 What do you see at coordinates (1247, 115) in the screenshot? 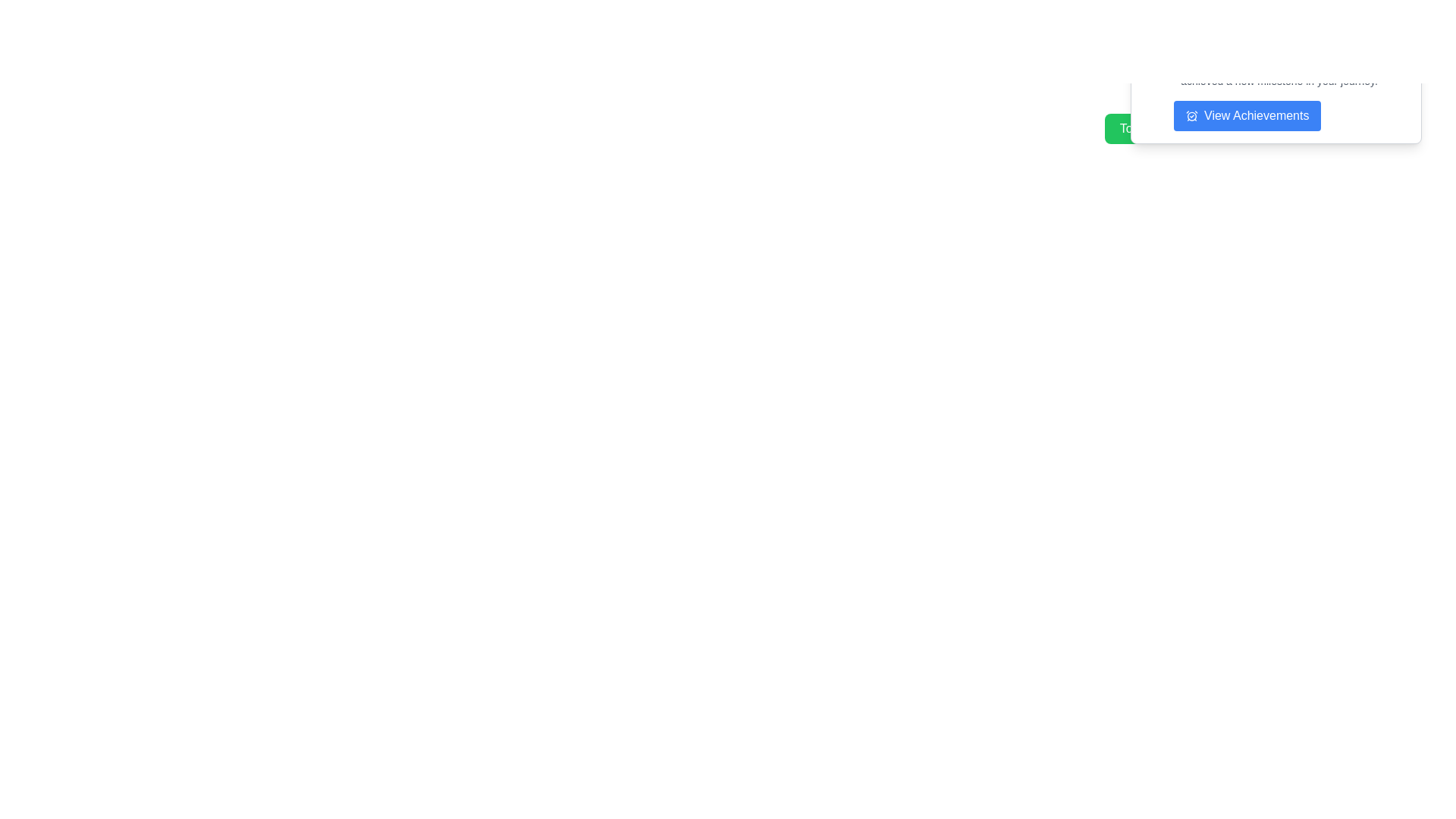
I see `the button labeled 'View Achievements' with a clock icon, located below the text elements 'Celebratory Alert' and a congratulatory message` at bounding box center [1247, 115].